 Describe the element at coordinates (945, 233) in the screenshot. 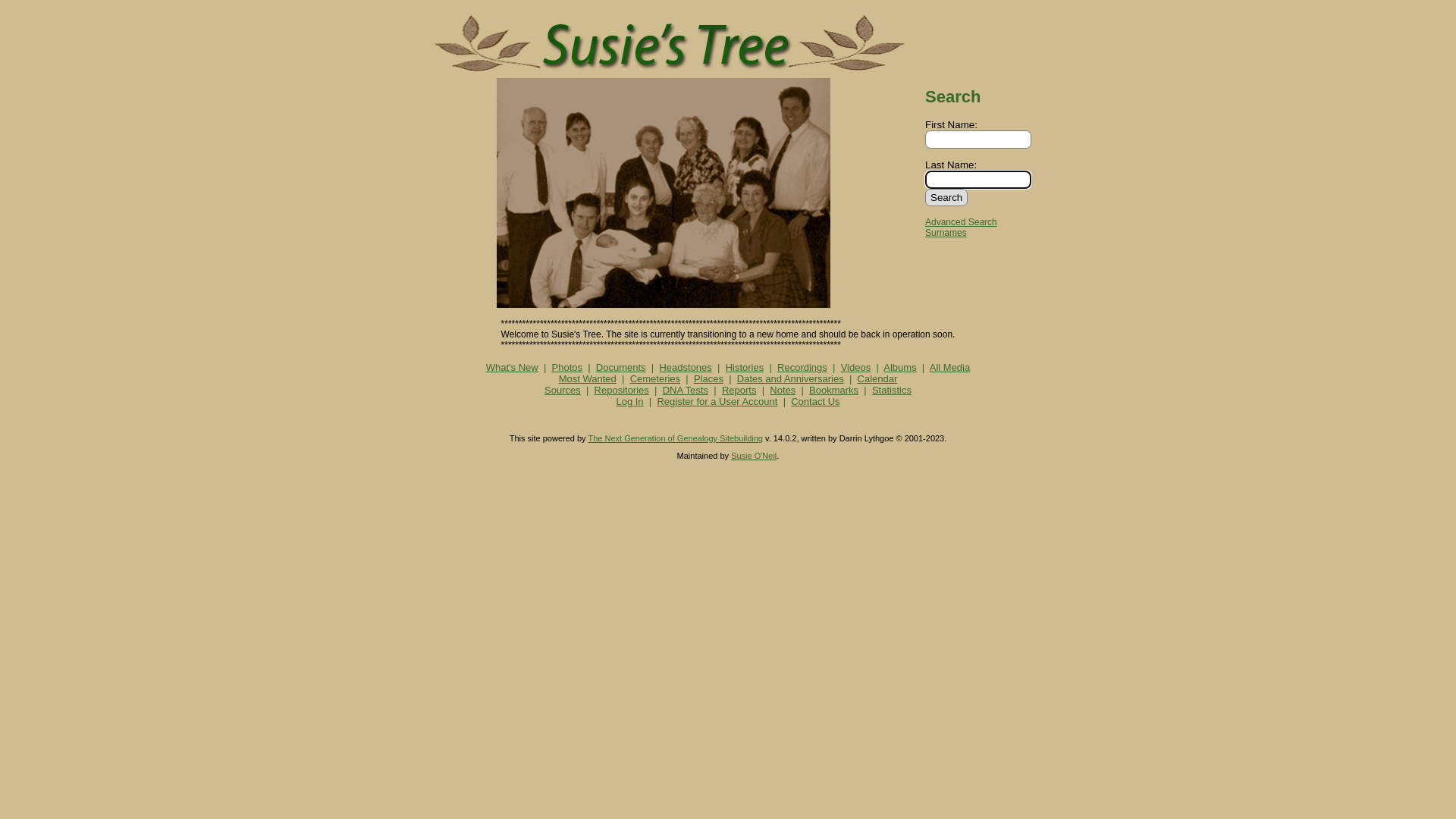

I see `'Surnames'` at that location.